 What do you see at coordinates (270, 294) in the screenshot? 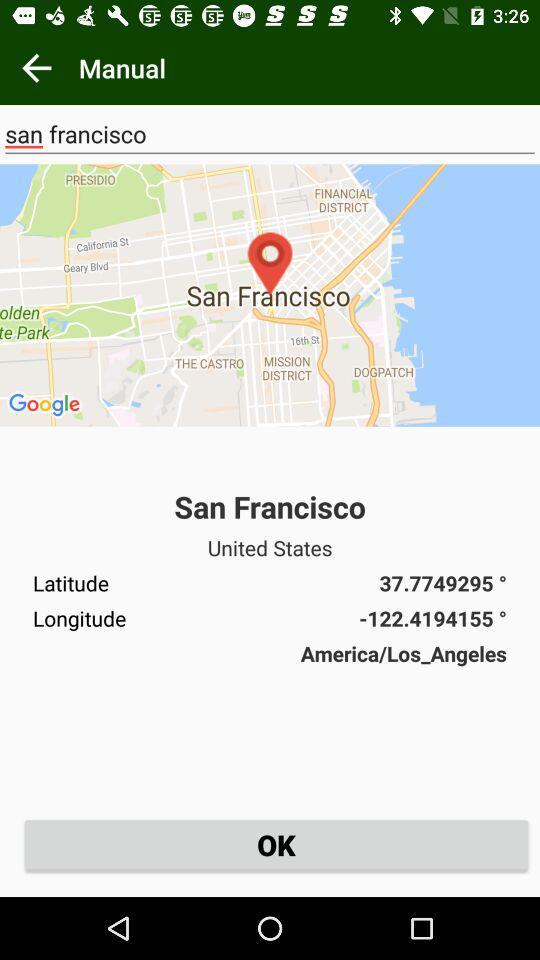
I see `the item above san francisco item` at bounding box center [270, 294].